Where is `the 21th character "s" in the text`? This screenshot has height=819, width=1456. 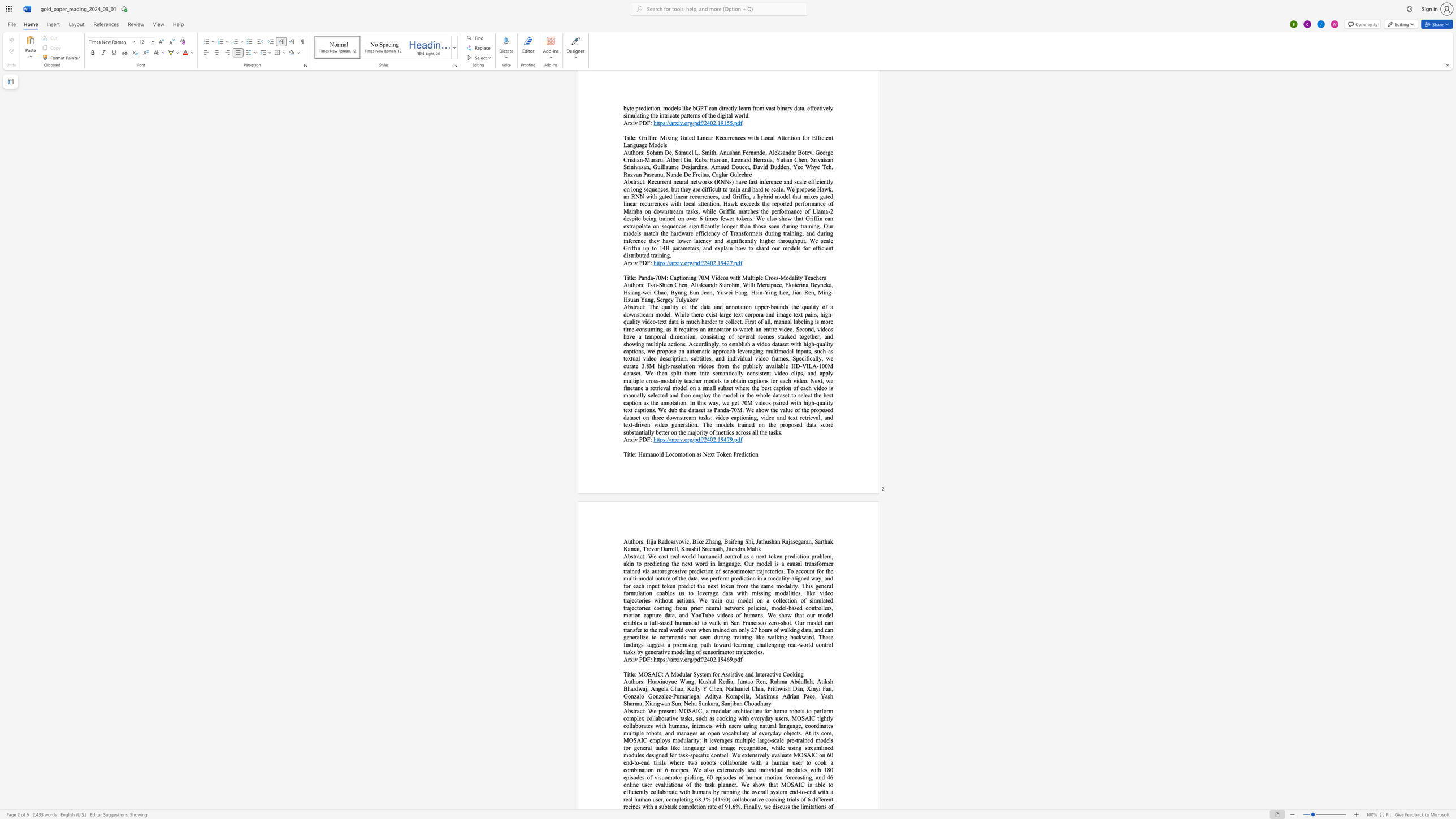
the 21th character "s" in the text is located at coordinates (649, 608).